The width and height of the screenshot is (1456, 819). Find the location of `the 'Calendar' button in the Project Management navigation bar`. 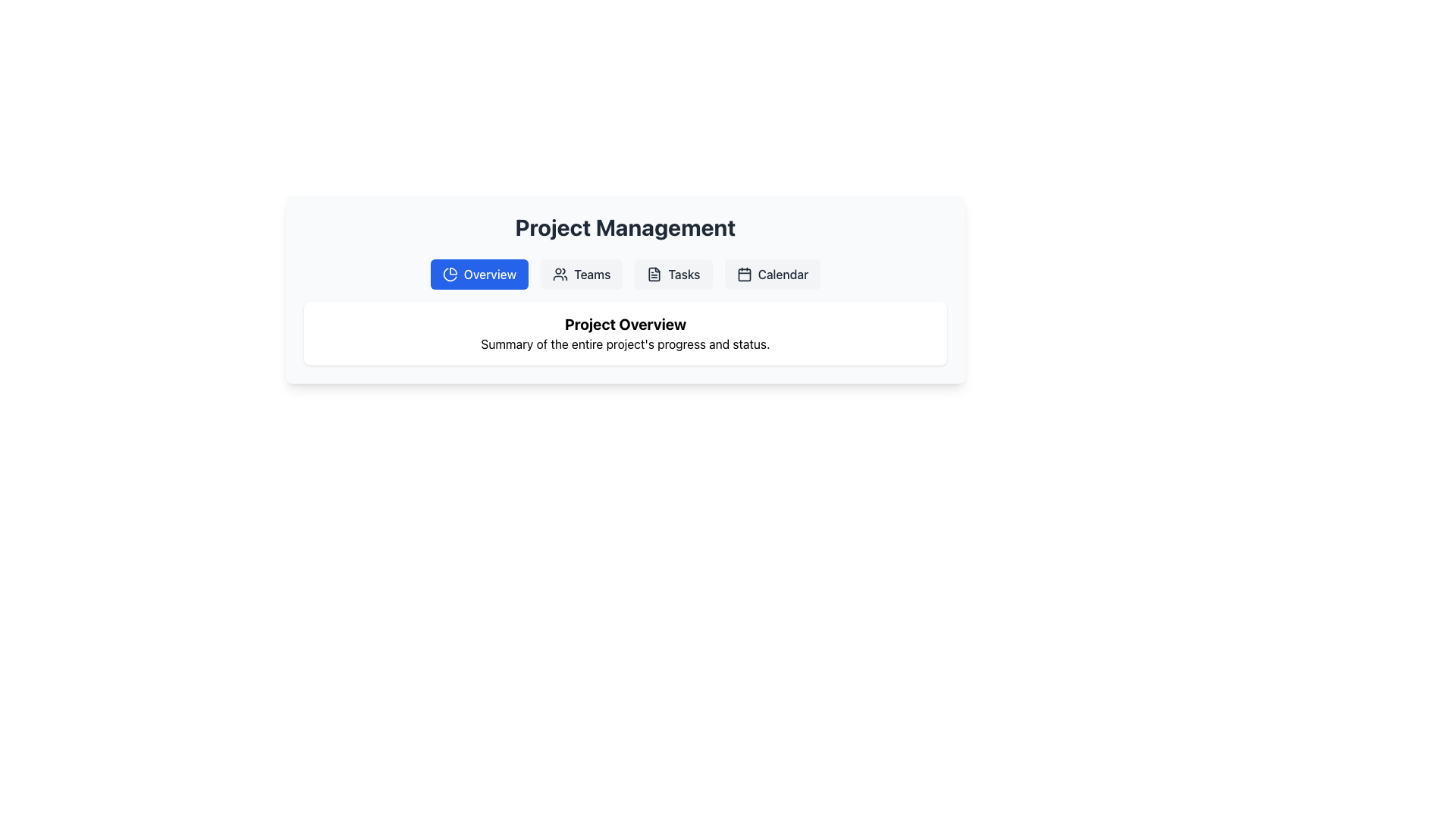

the 'Calendar' button in the Project Management navigation bar is located at coordinates (772, 275).